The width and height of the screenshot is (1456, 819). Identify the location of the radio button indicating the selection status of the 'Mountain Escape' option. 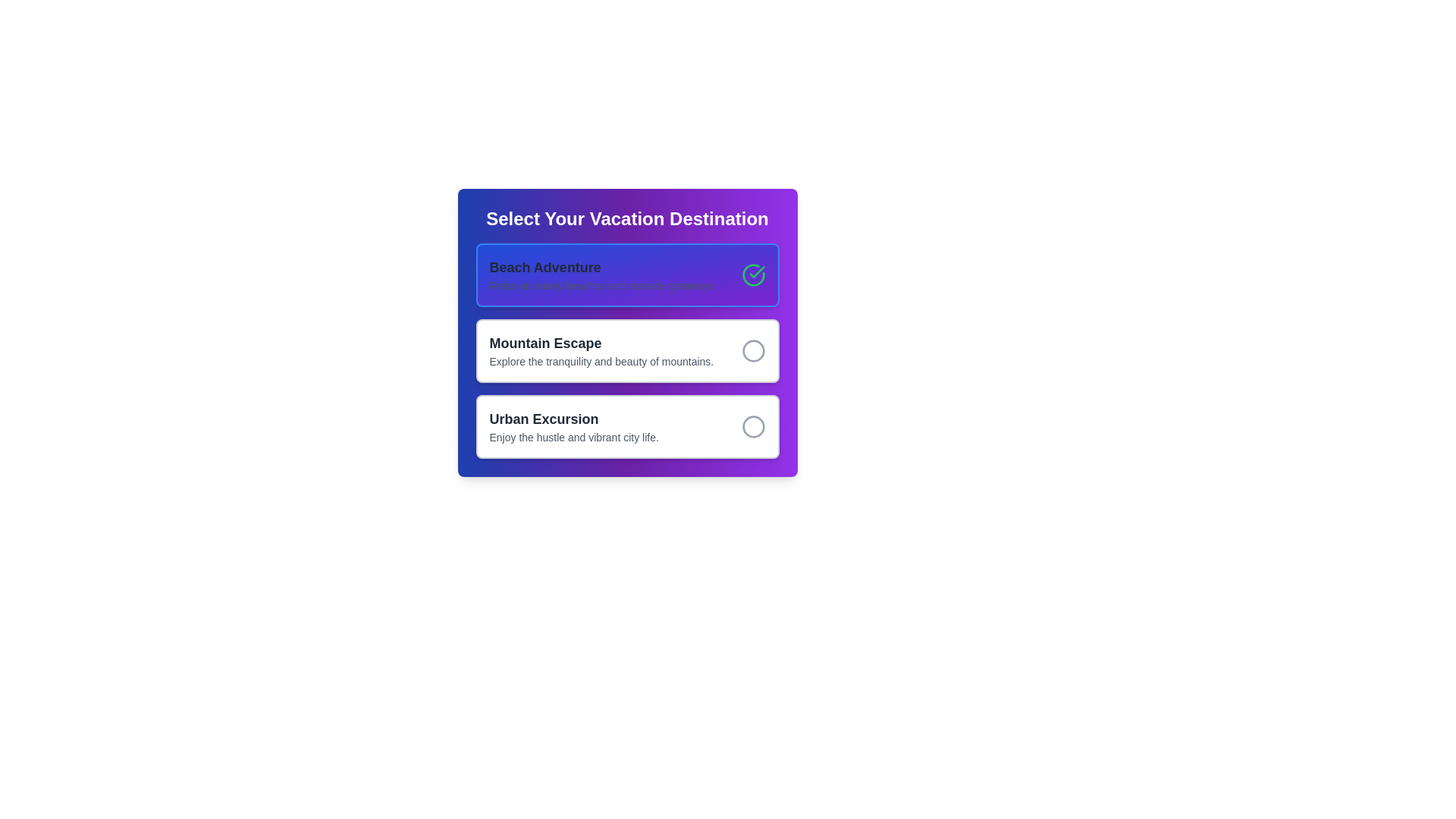
(753, 350).